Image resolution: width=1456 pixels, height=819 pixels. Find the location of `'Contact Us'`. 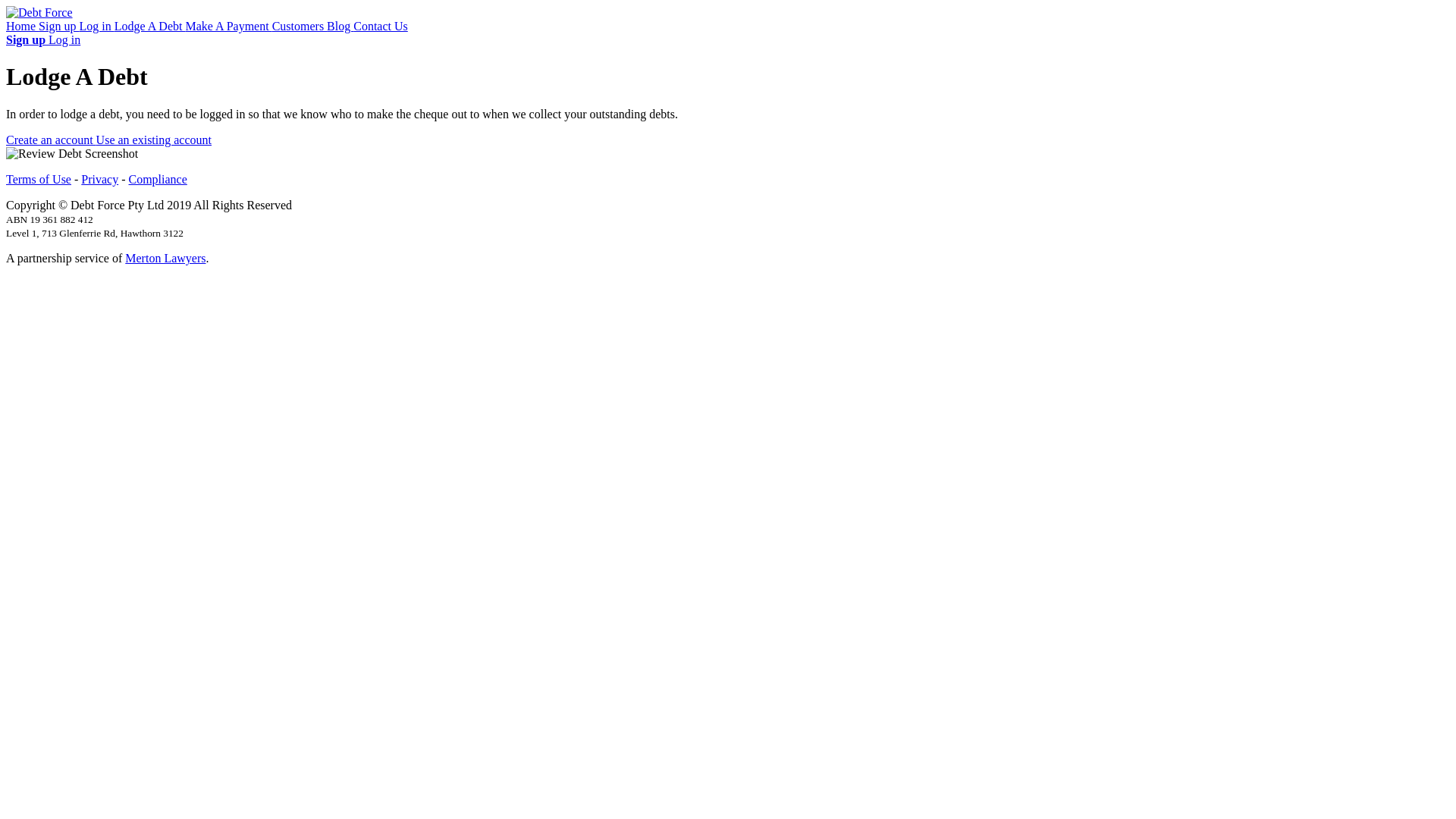

'Contact Us' is located at coordinates (352, 26).